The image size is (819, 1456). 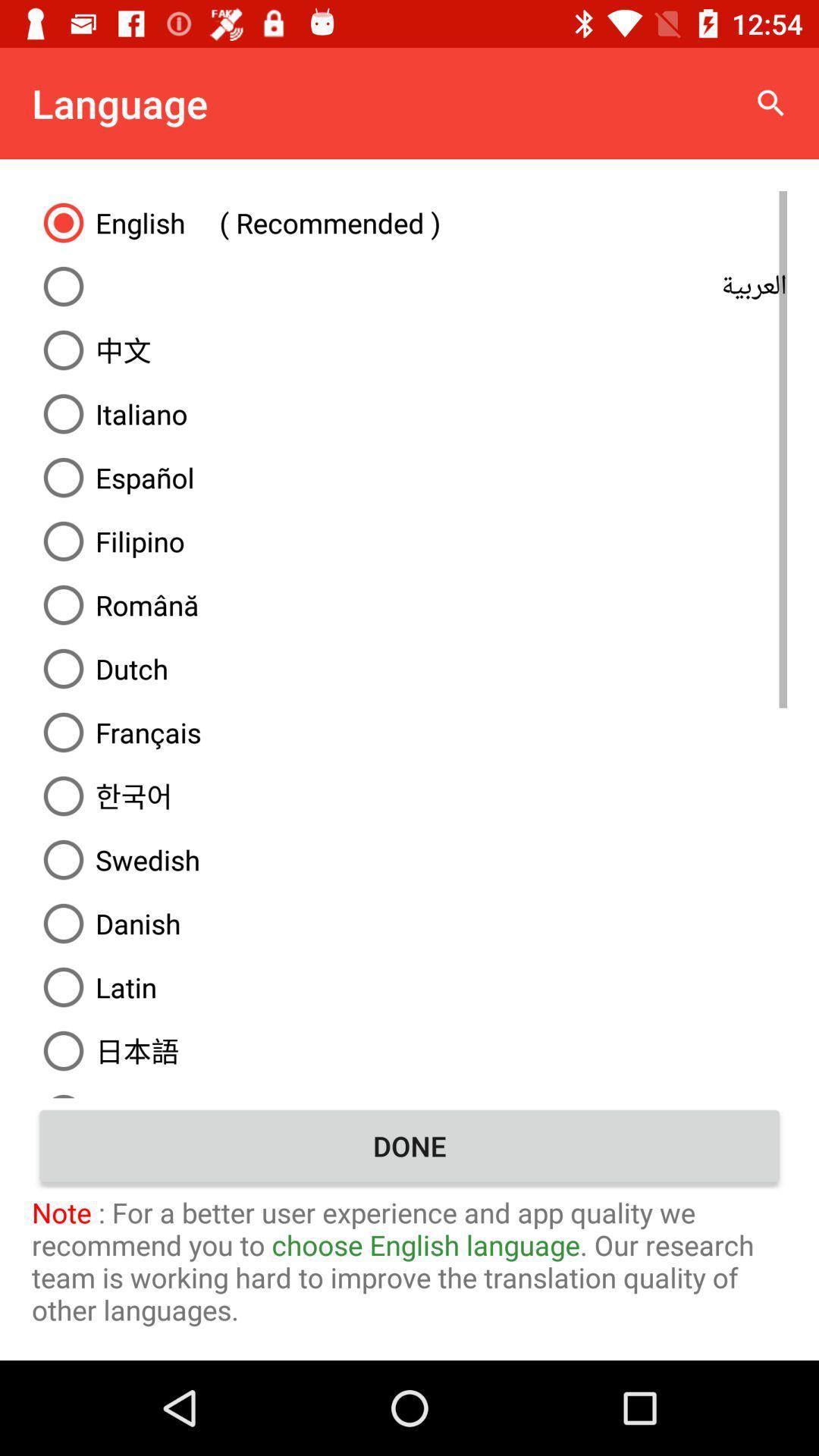 I want to click on filipino, so click(x=409, y=541).